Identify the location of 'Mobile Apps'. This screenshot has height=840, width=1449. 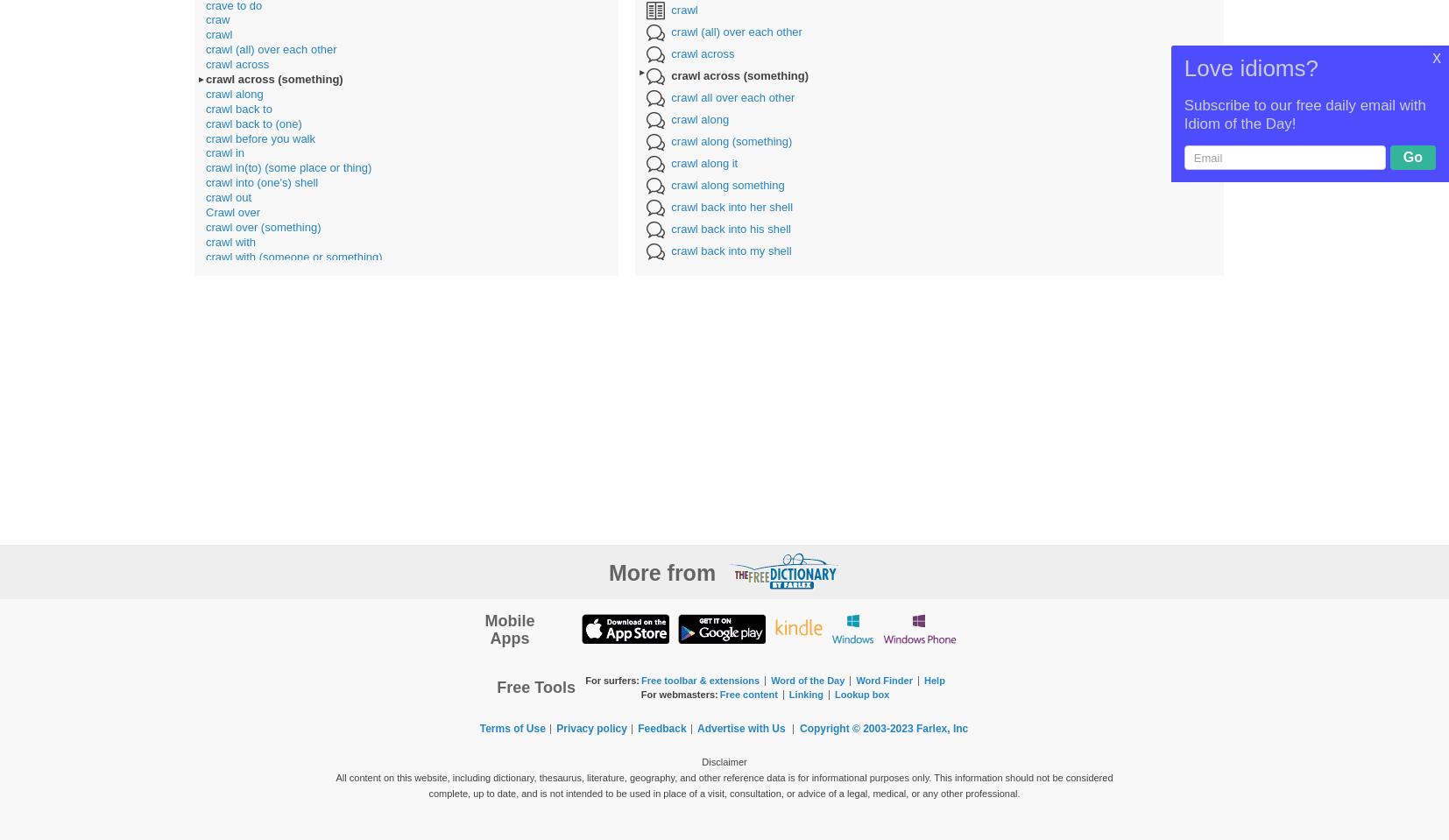
(509, 628).